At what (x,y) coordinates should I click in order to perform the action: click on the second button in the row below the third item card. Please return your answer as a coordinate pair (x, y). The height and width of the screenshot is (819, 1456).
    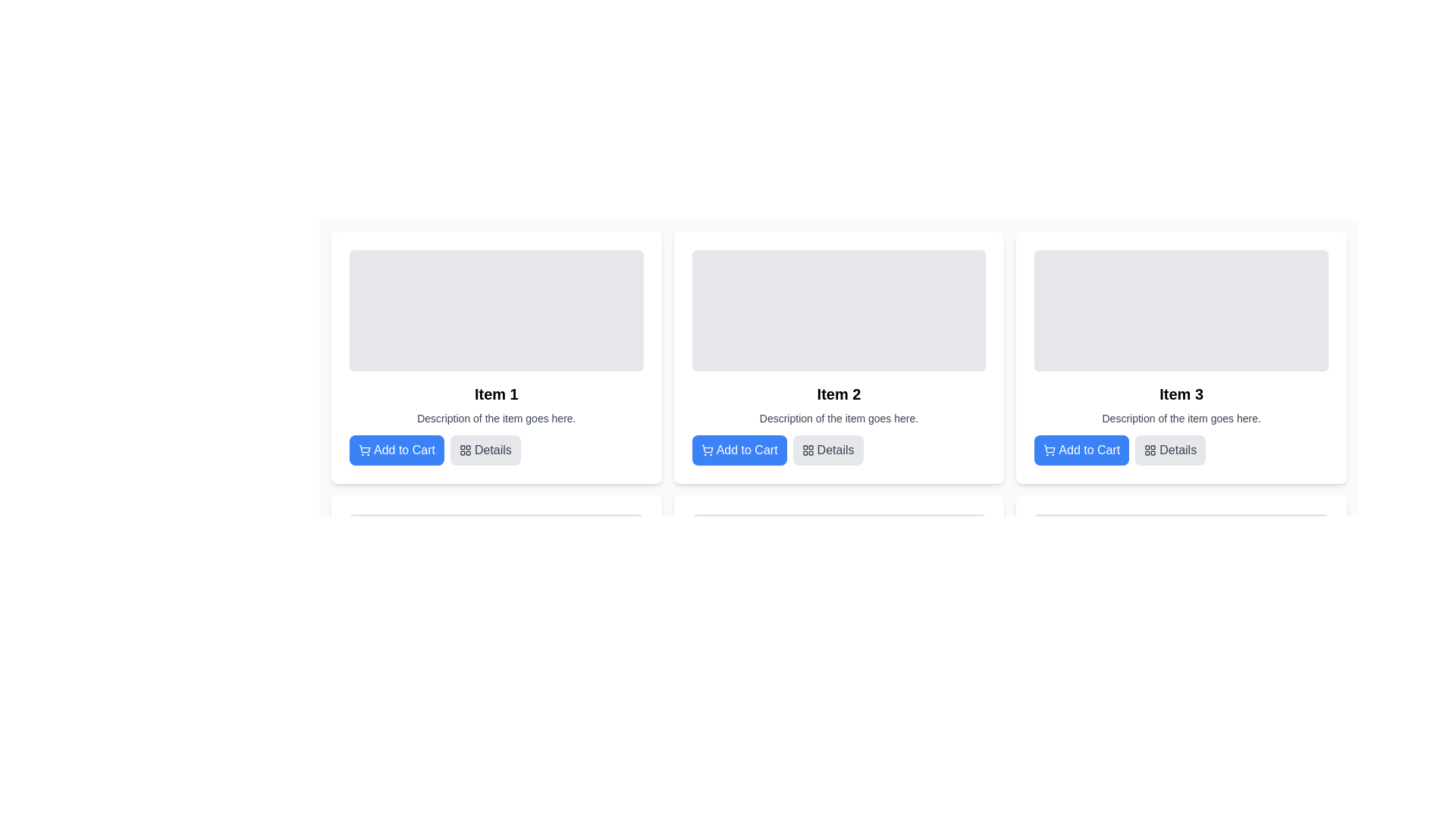
    Looking at the image, I should click on (1169, 450).